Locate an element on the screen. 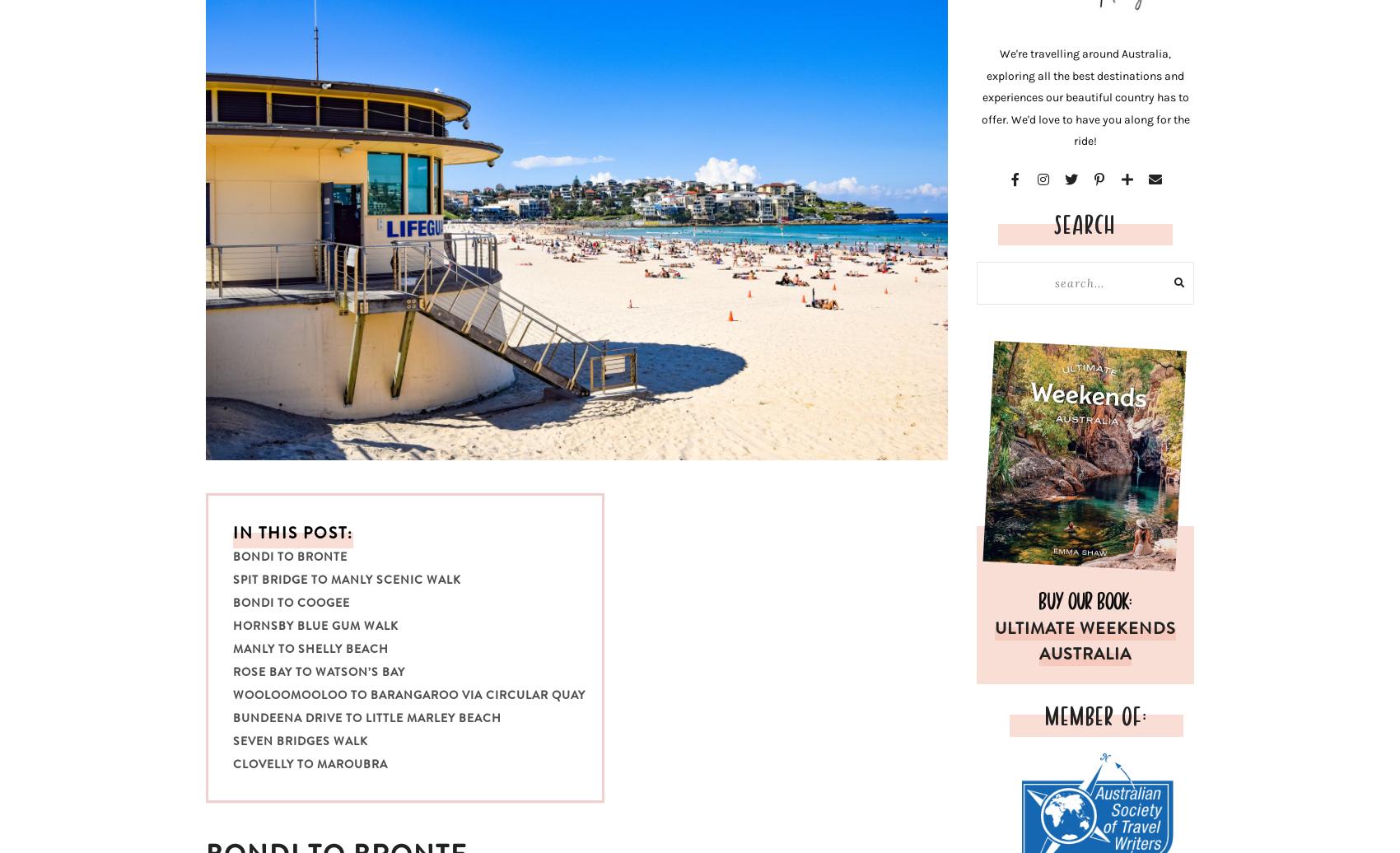 The height and width of the screenshot is (853, 1400). 'Member of:' is located at coordinates (1095, 714).